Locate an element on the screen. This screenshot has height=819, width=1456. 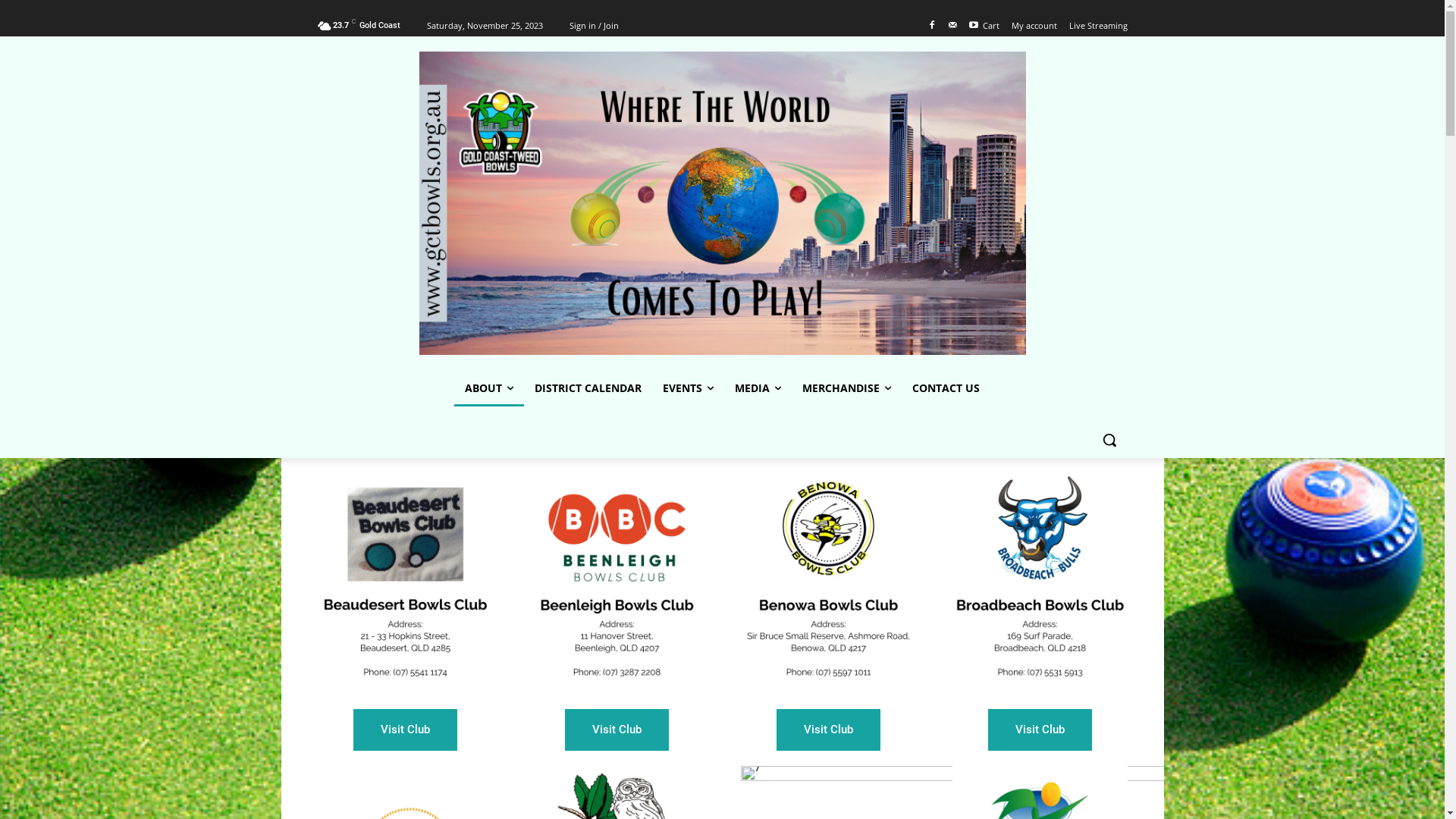
'DISTRICT CALENDAR' is located at coordinates (587, 388).